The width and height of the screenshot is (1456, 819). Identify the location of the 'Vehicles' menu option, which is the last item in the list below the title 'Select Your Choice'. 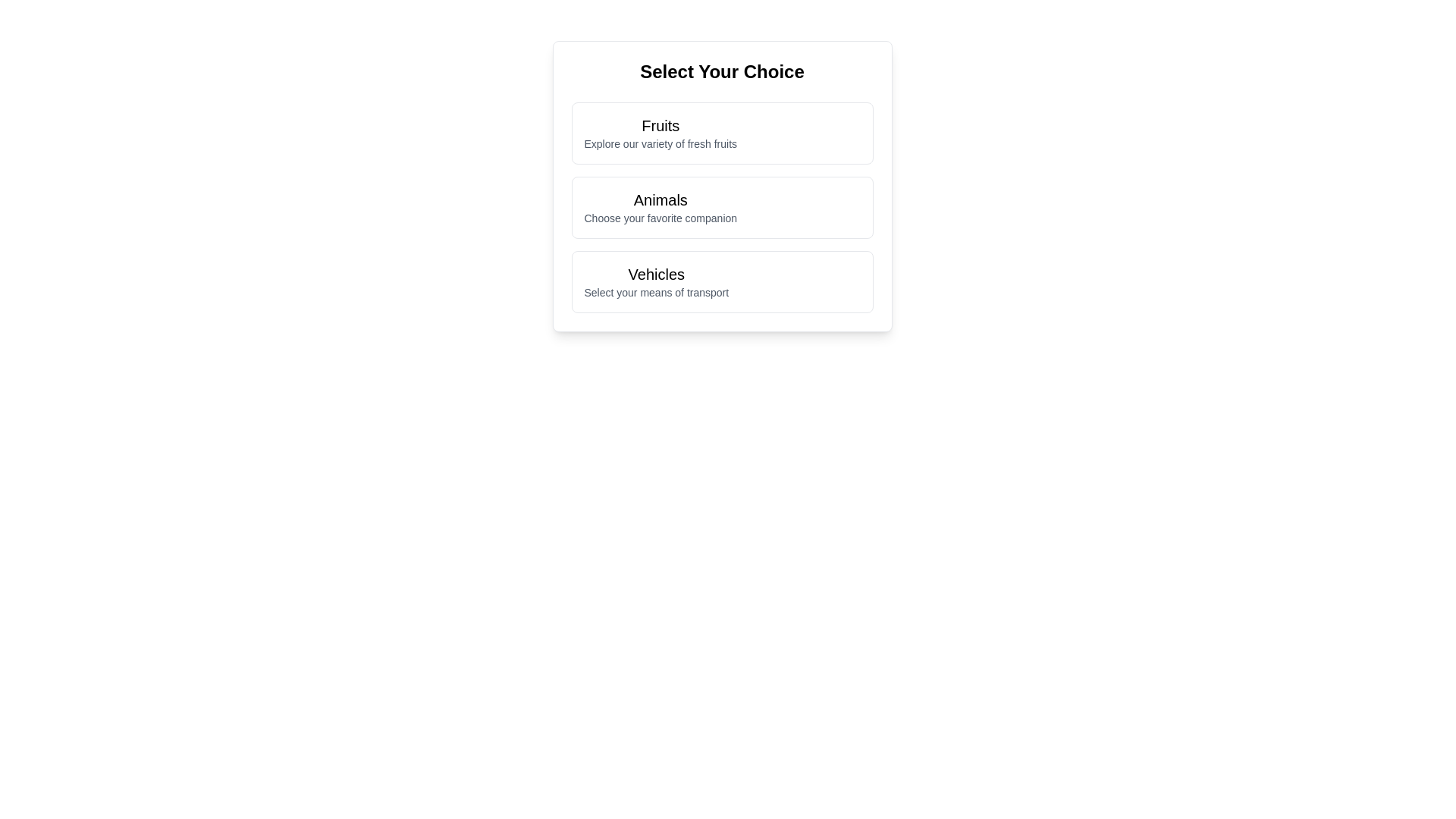
(656, 281).